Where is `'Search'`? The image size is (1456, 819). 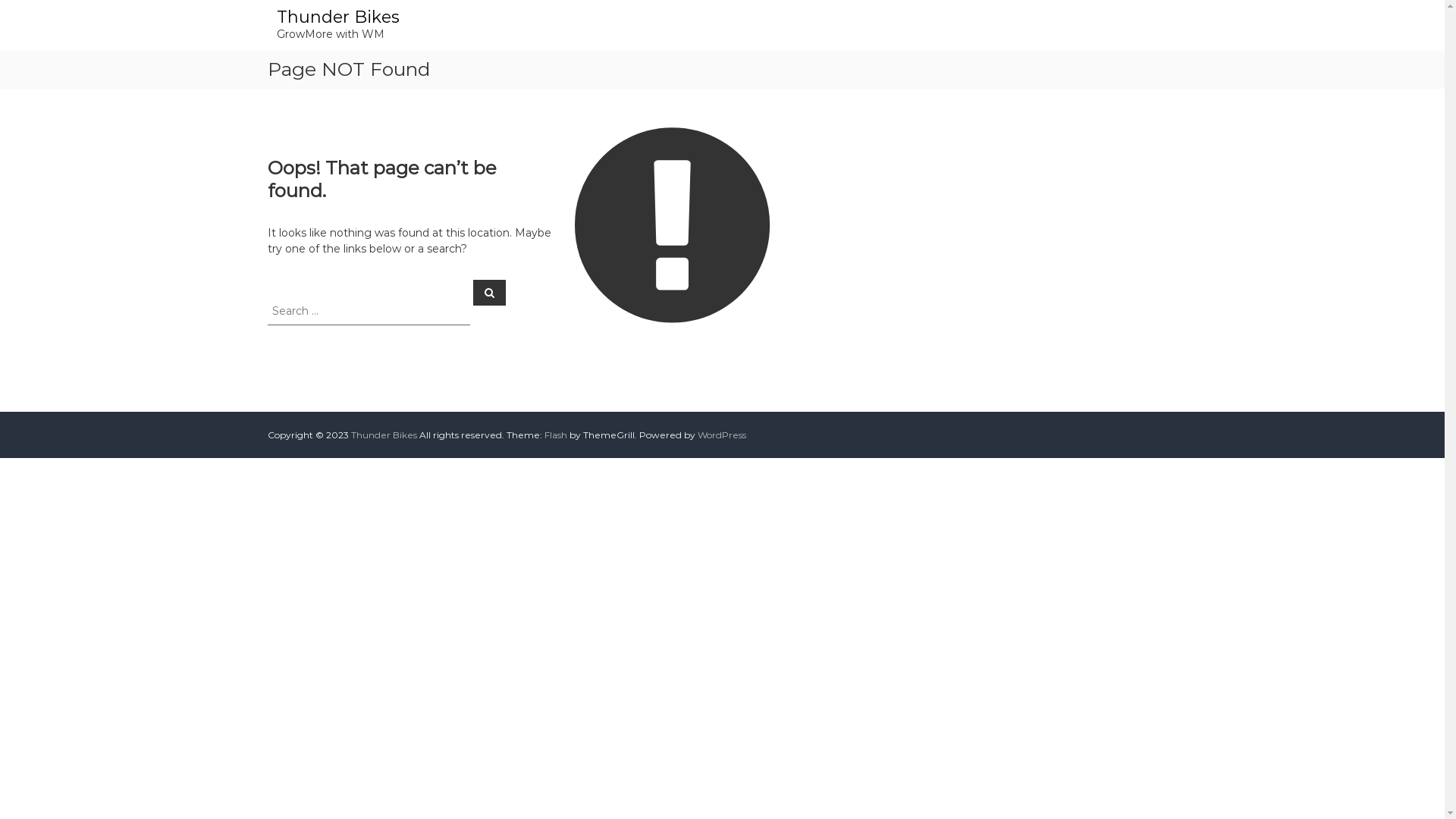 'Search' is located at coordinates (489, 292).